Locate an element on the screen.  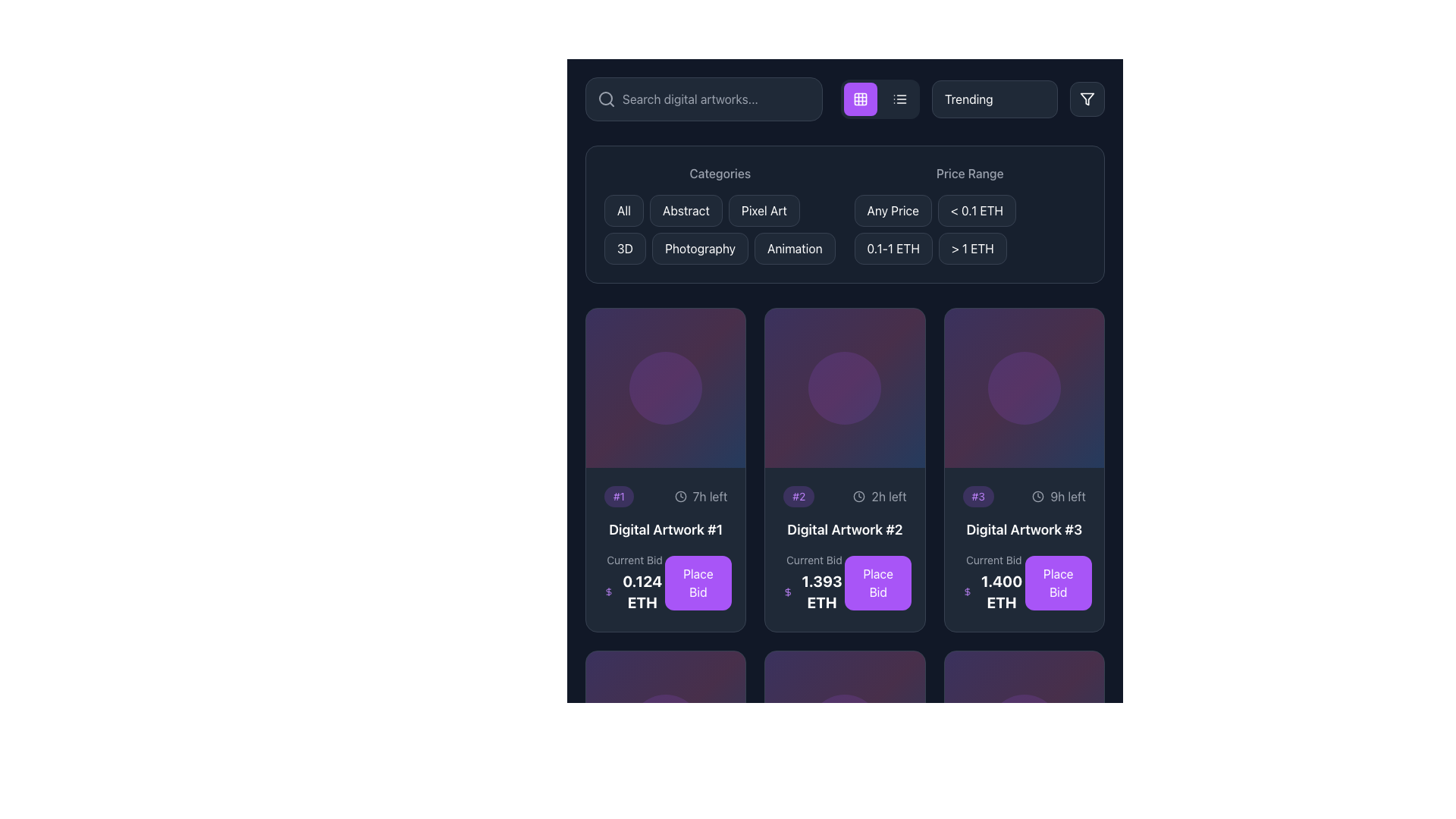
the central circular outline of the clock icon located in the header of the card in the second column of the grid layout is located at coordinates (859, 497).